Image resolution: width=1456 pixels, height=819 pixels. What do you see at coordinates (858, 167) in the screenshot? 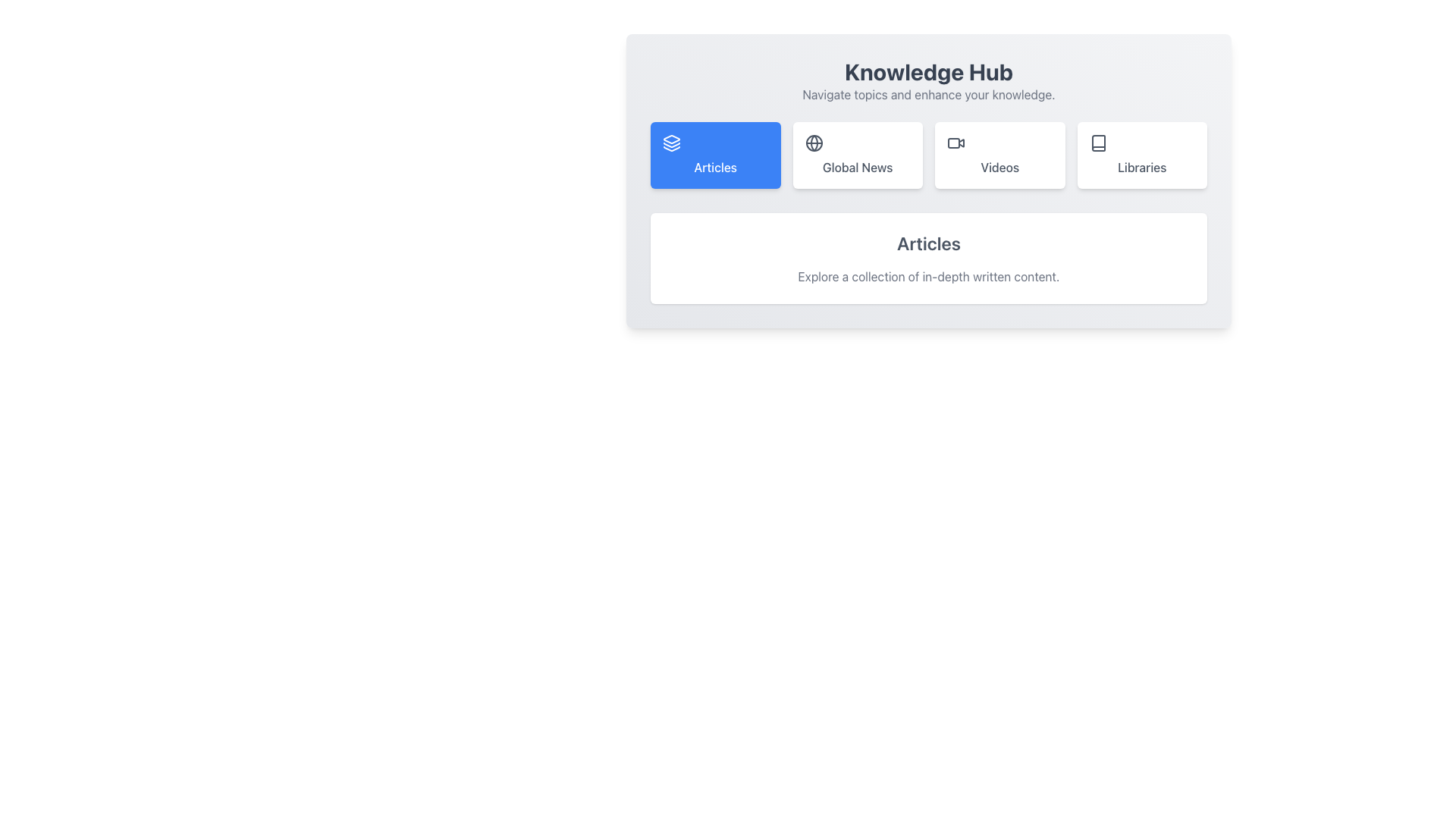
I see `text content located at the bottom-center of the interactive card, below the globe icon` at bounding box center [858, 167].